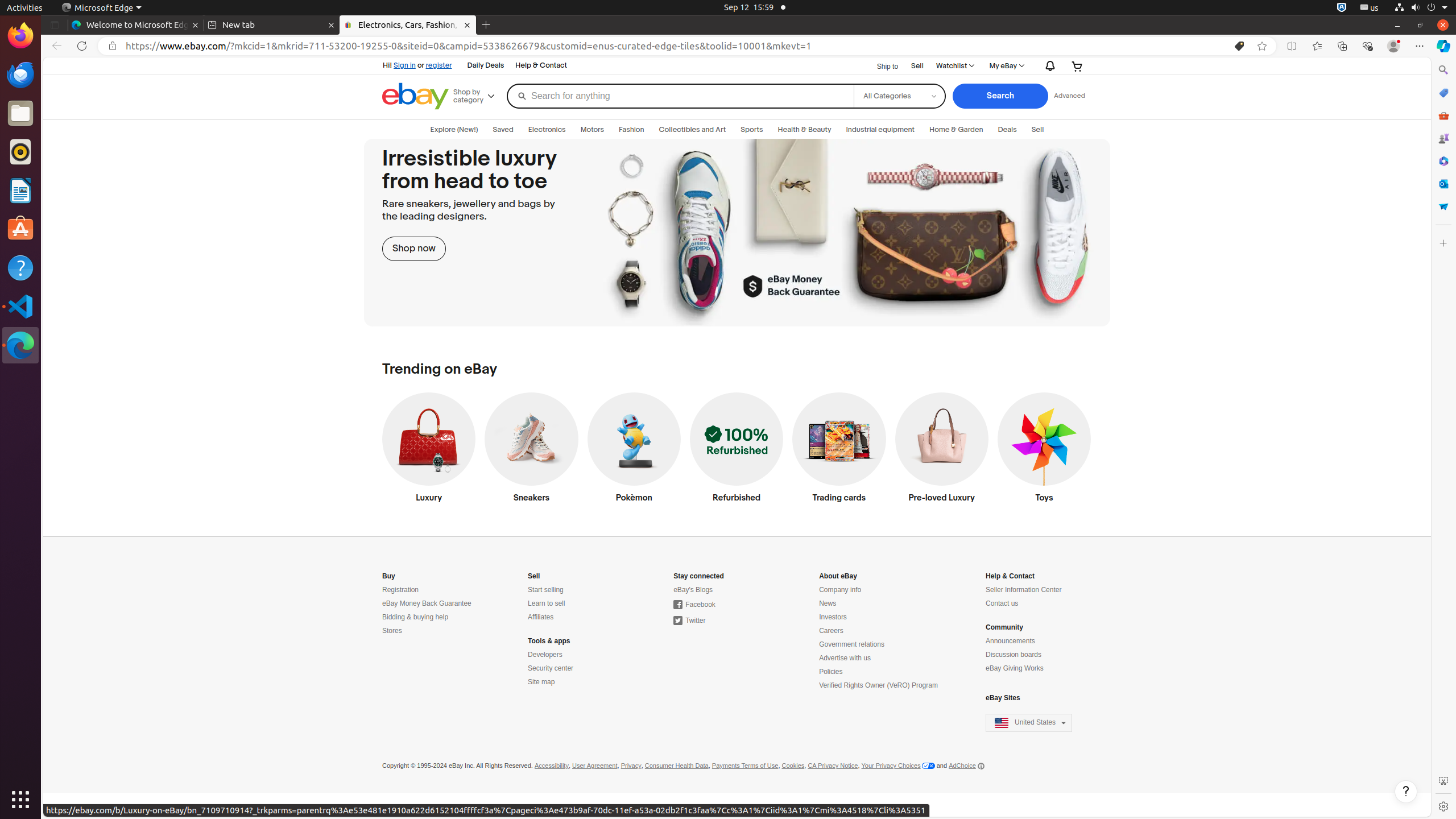  What do you see at coordinates (1023, 590) in the screenshot?
I see `'Seller Information Center'` at bounding box center [1023, 590].